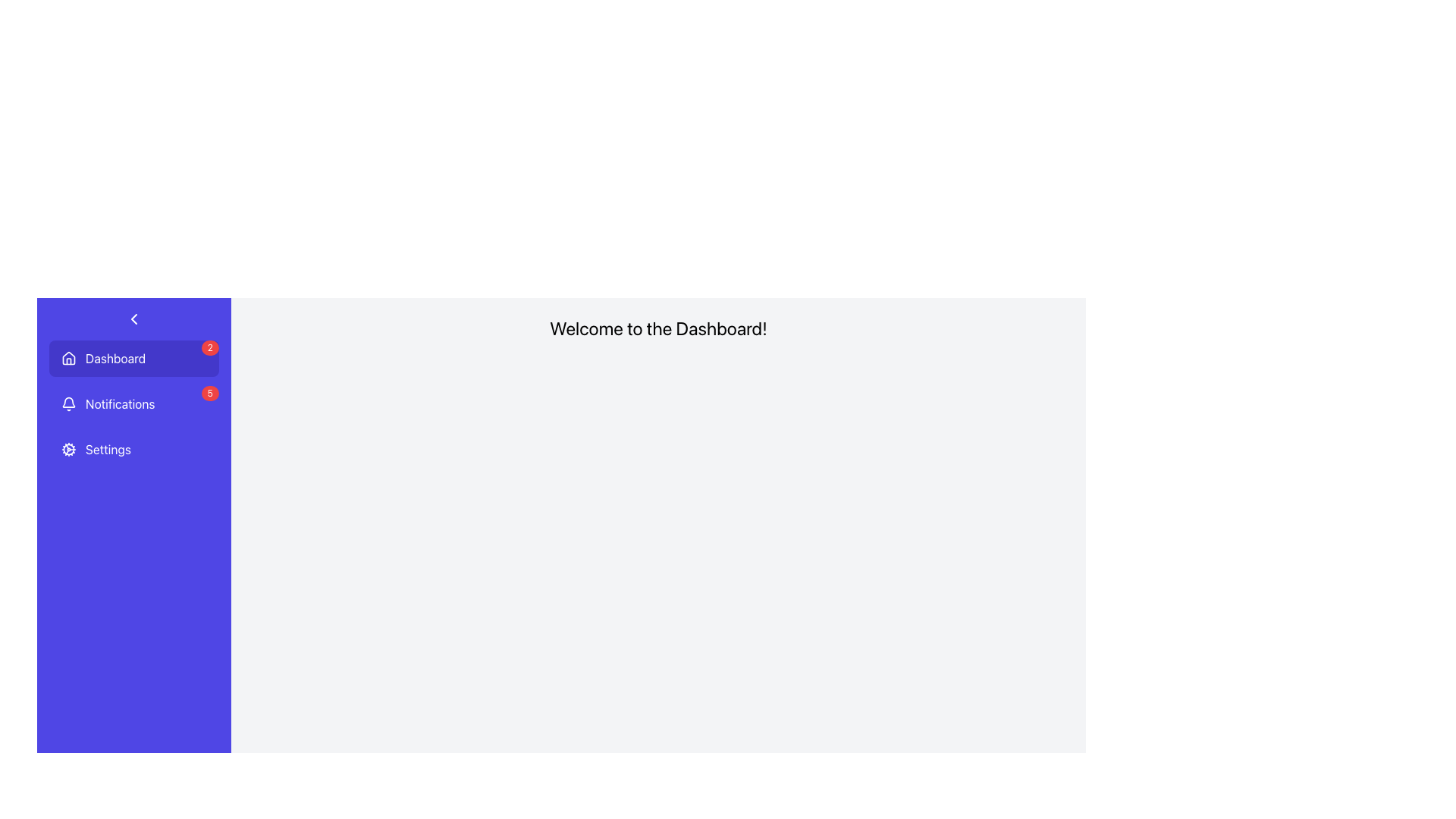 This screenshot has width=1456, height=819. Describe the element at coordinates (107, 449) in the screenshot. I see `the 'Settings' text label in the vertical navigation sidebar, which is styled with white text on a vibrant blue background and is positioned below the 'Notifications' item` at that location.